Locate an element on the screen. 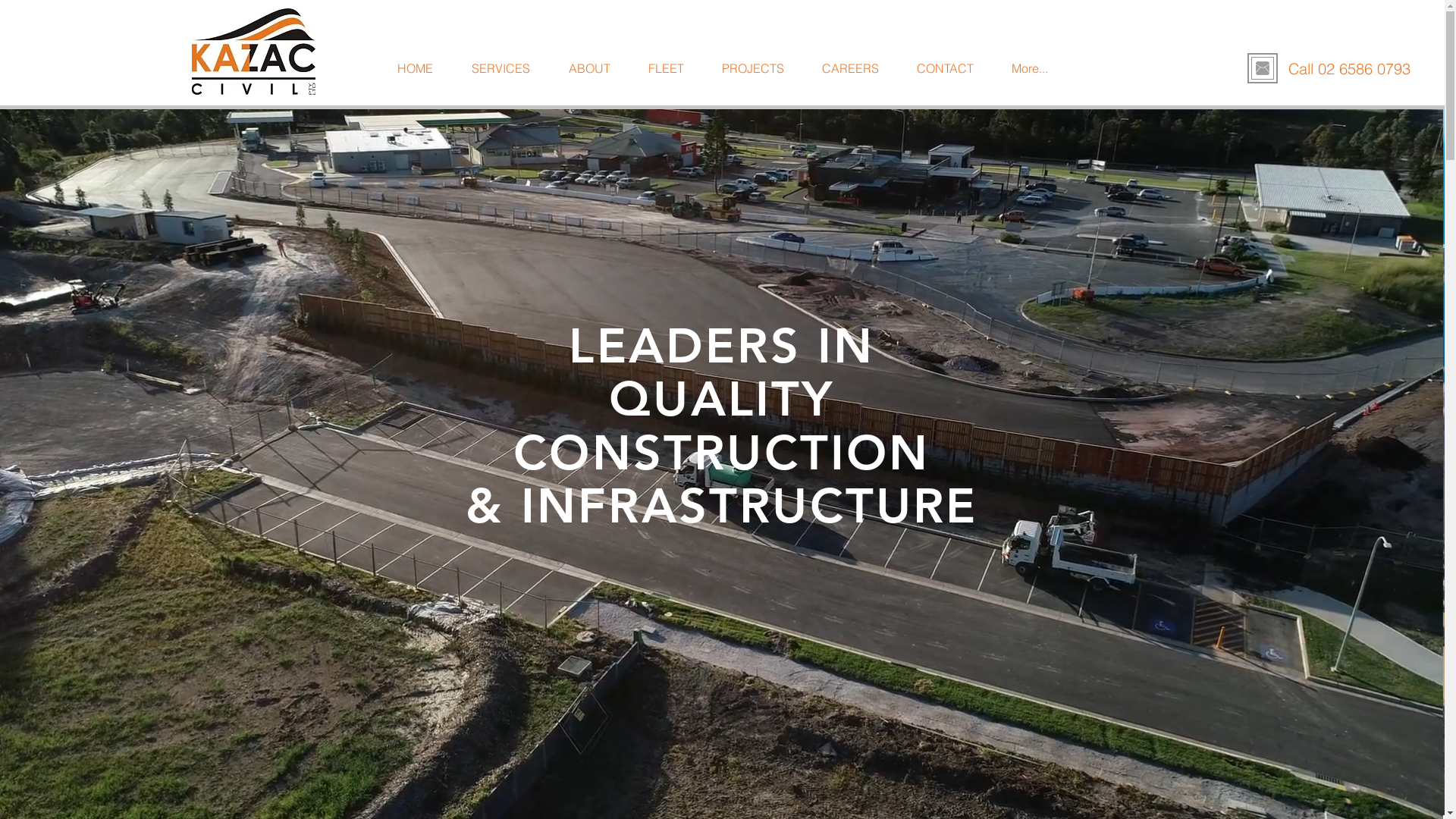  'SERVICES' is located at coordinates (500, 68).